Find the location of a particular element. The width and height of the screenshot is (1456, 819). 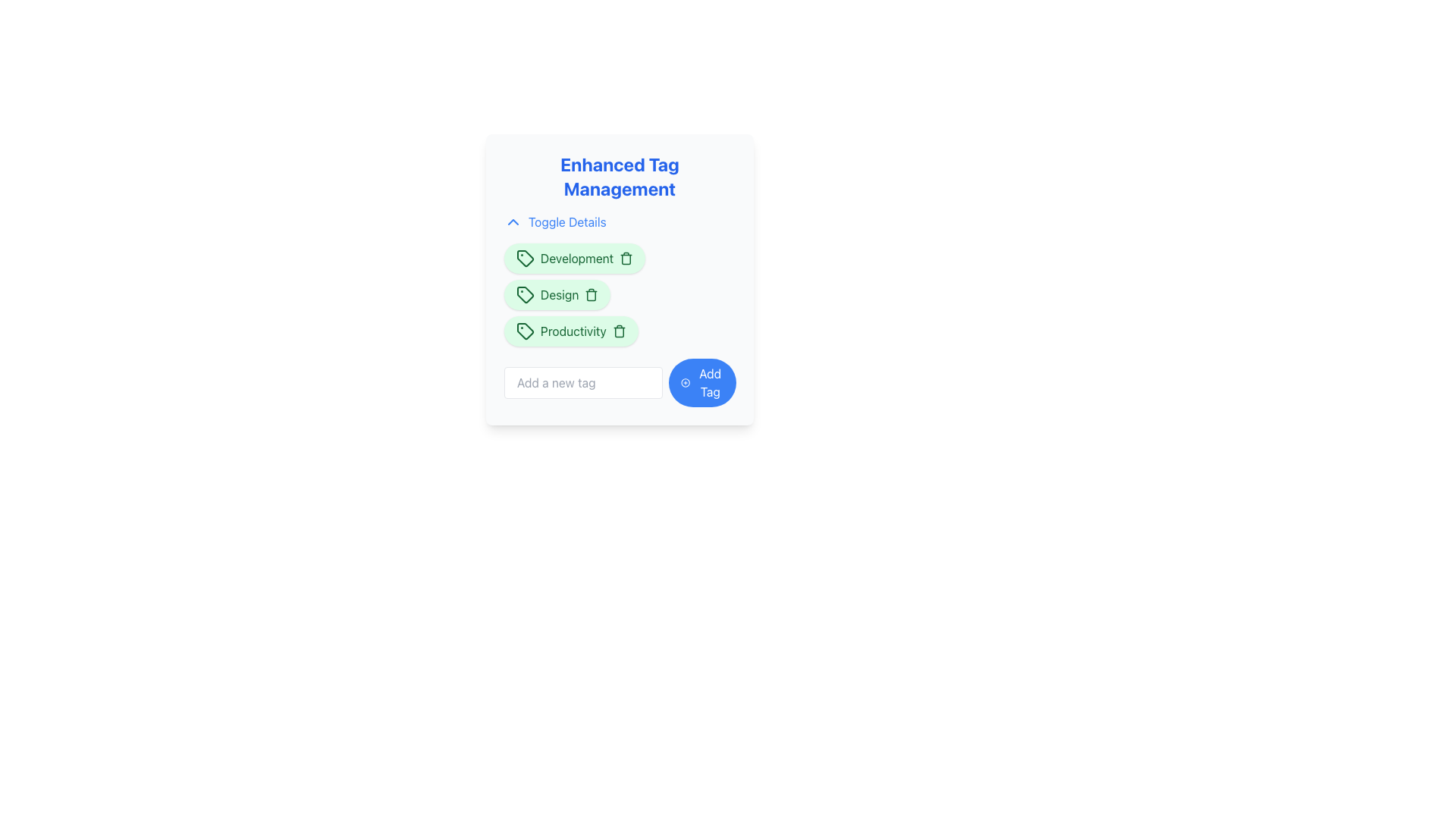

the rounded blue button labeled 'Add Tag' with a white text and an addition icon is located at coordinates (701, 382).